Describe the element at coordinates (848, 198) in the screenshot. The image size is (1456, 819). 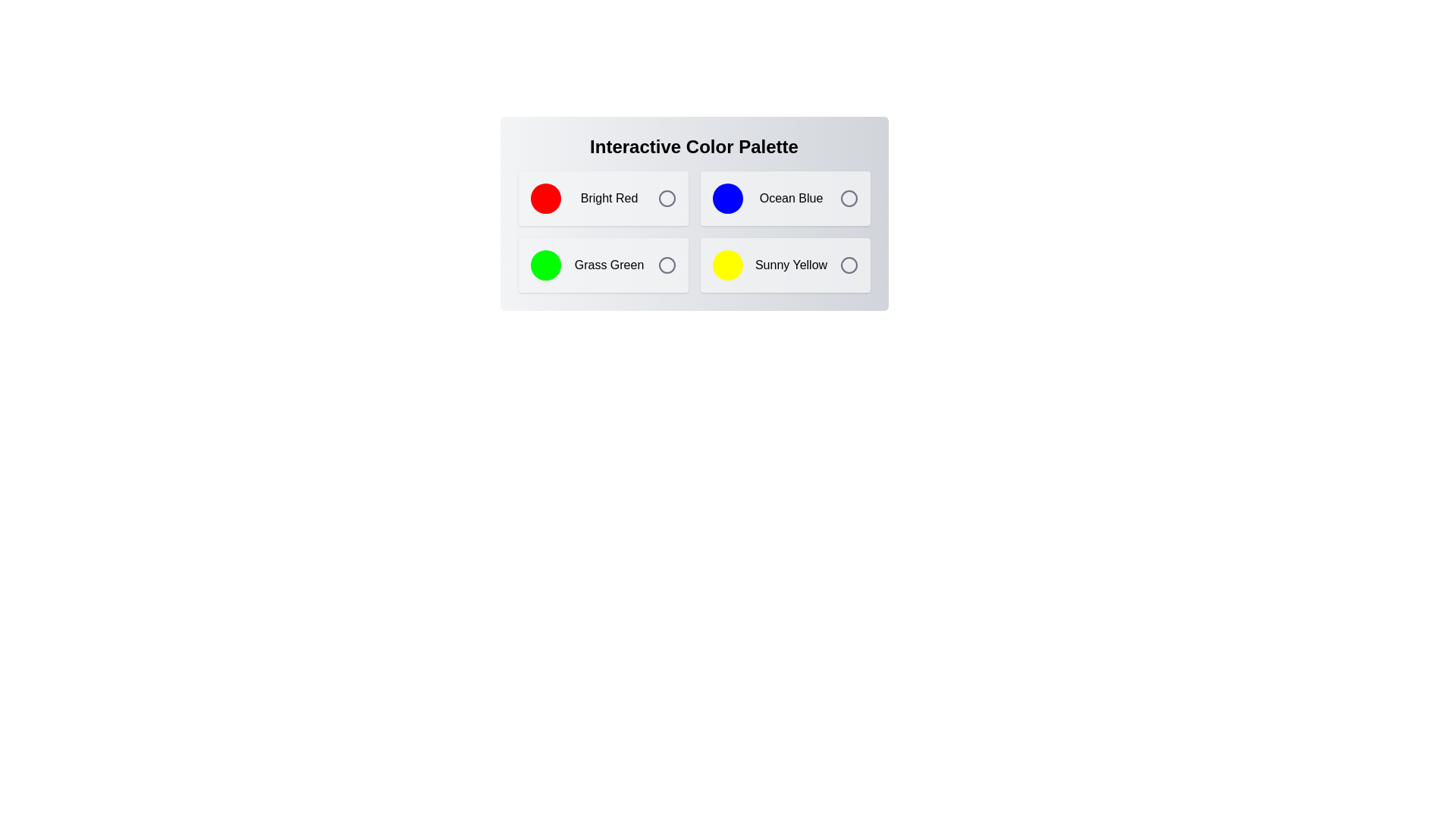
I see `the color Ocean Blue by clicking its corresponding icon` at that location.